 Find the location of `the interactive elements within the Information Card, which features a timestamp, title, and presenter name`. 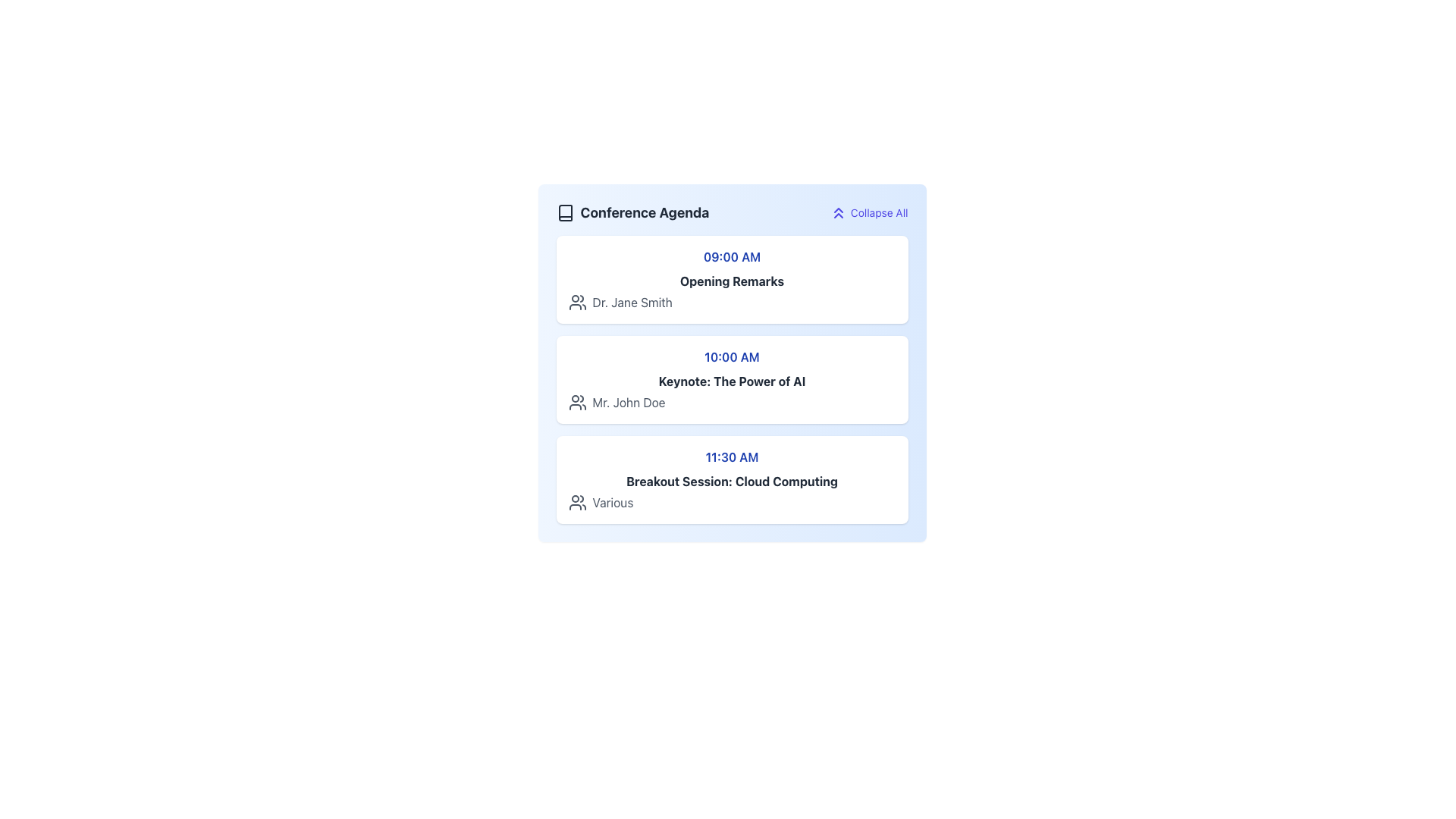

the interactive elements within the Information Card, which features a timestamp, title, and presenter name is located at coordinates (732, 280).